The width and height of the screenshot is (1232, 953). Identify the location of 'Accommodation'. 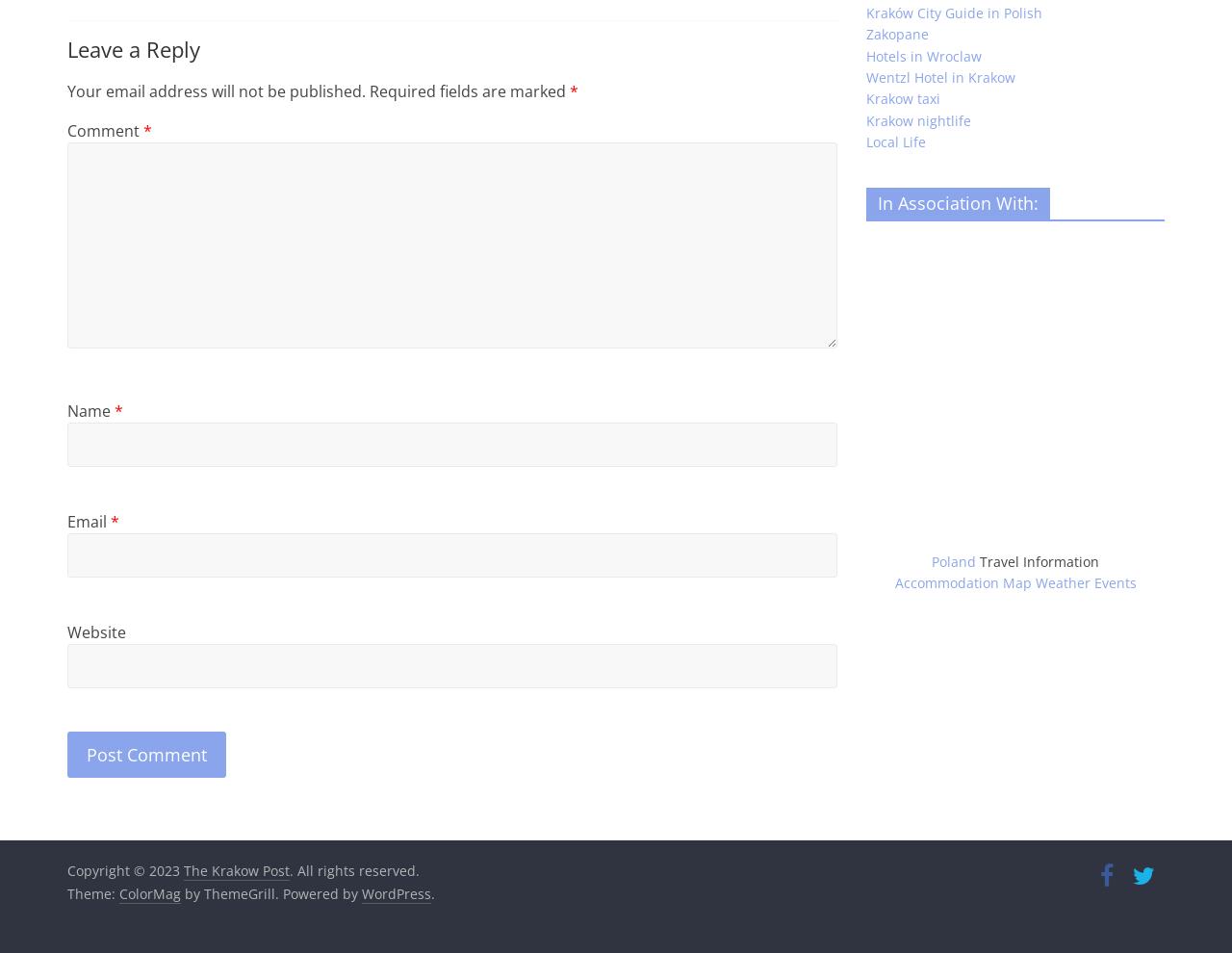
(947, 581).